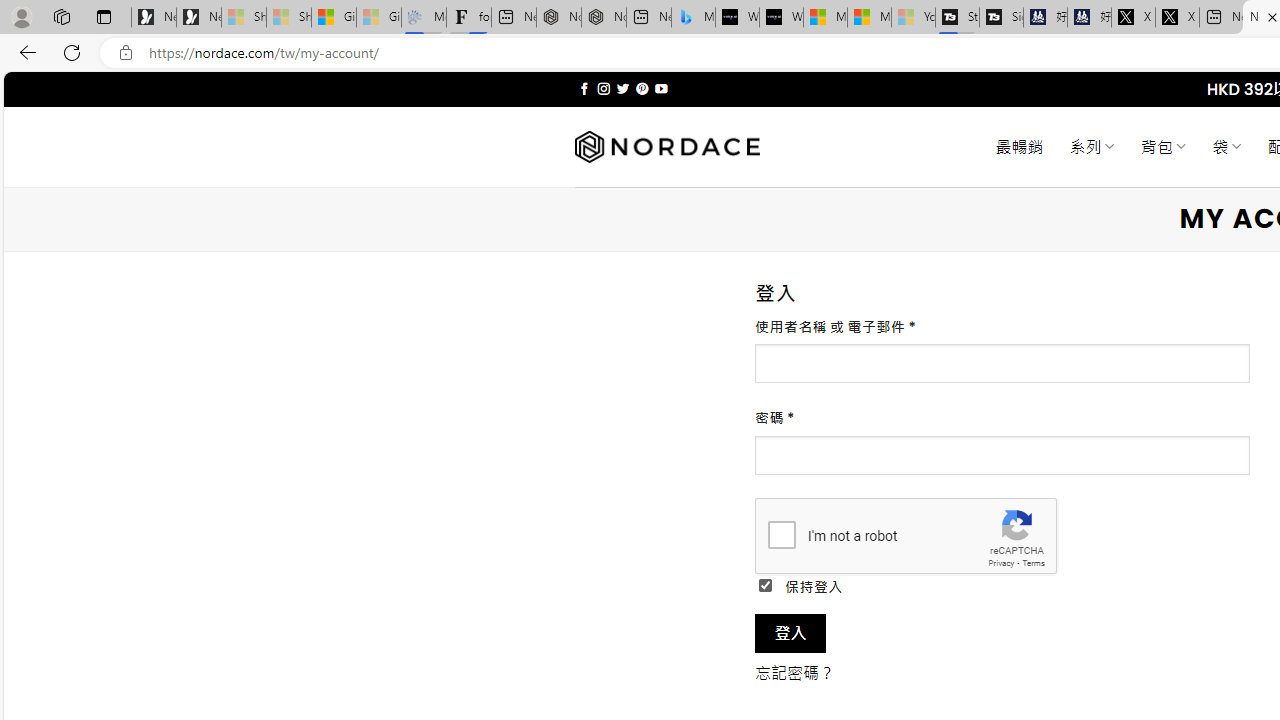  Describe the element at coordinates (603, 17) in the screenshot. I see `'Nordace - #1 Japanese Best-Seller - Siena Smart Backpack'` at that location.